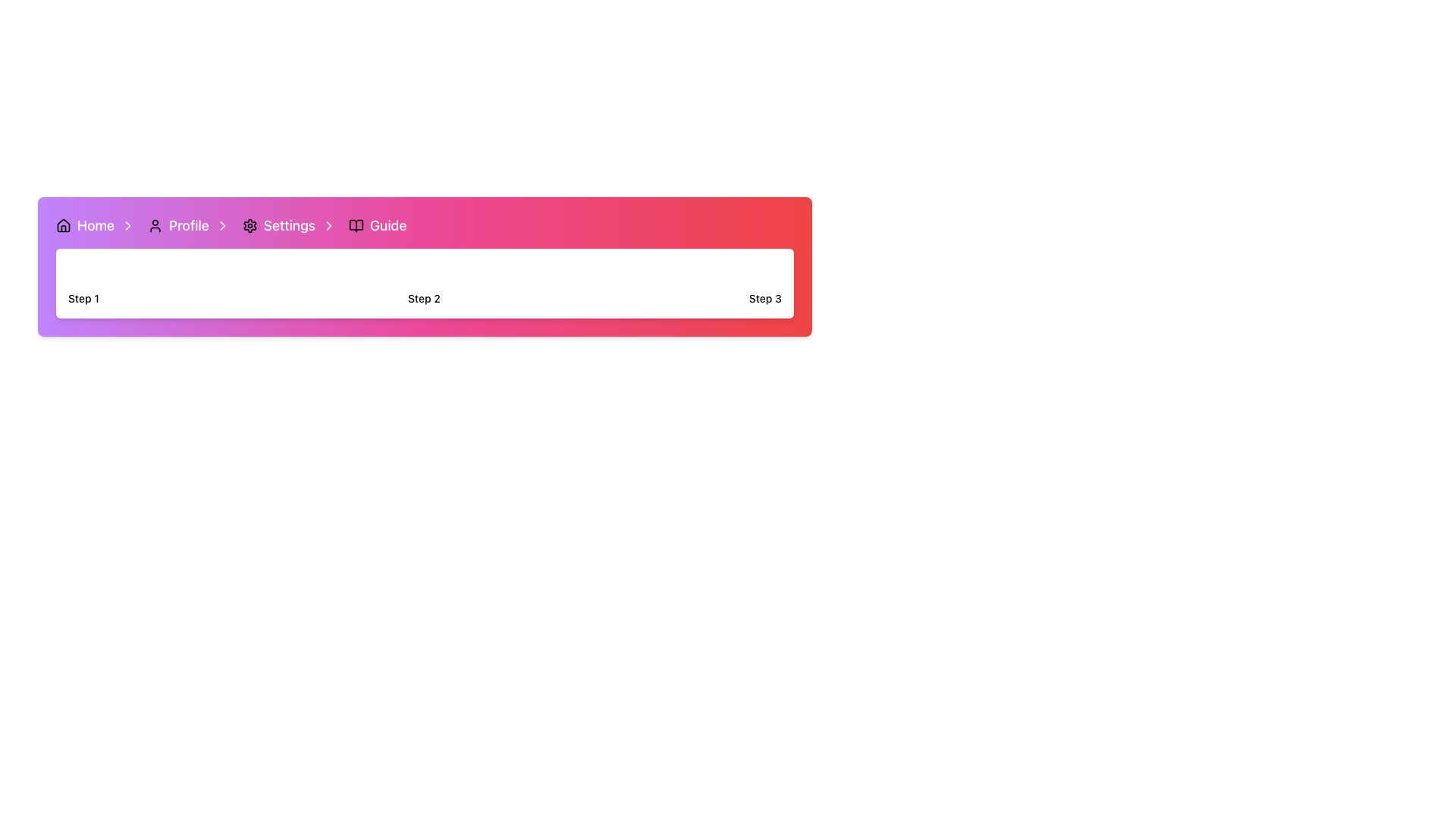 This screenshot has height=819, width=1456. I want to click on the text label displaying 'Step 3', which is part of the step indicator design, so click(765, 298).